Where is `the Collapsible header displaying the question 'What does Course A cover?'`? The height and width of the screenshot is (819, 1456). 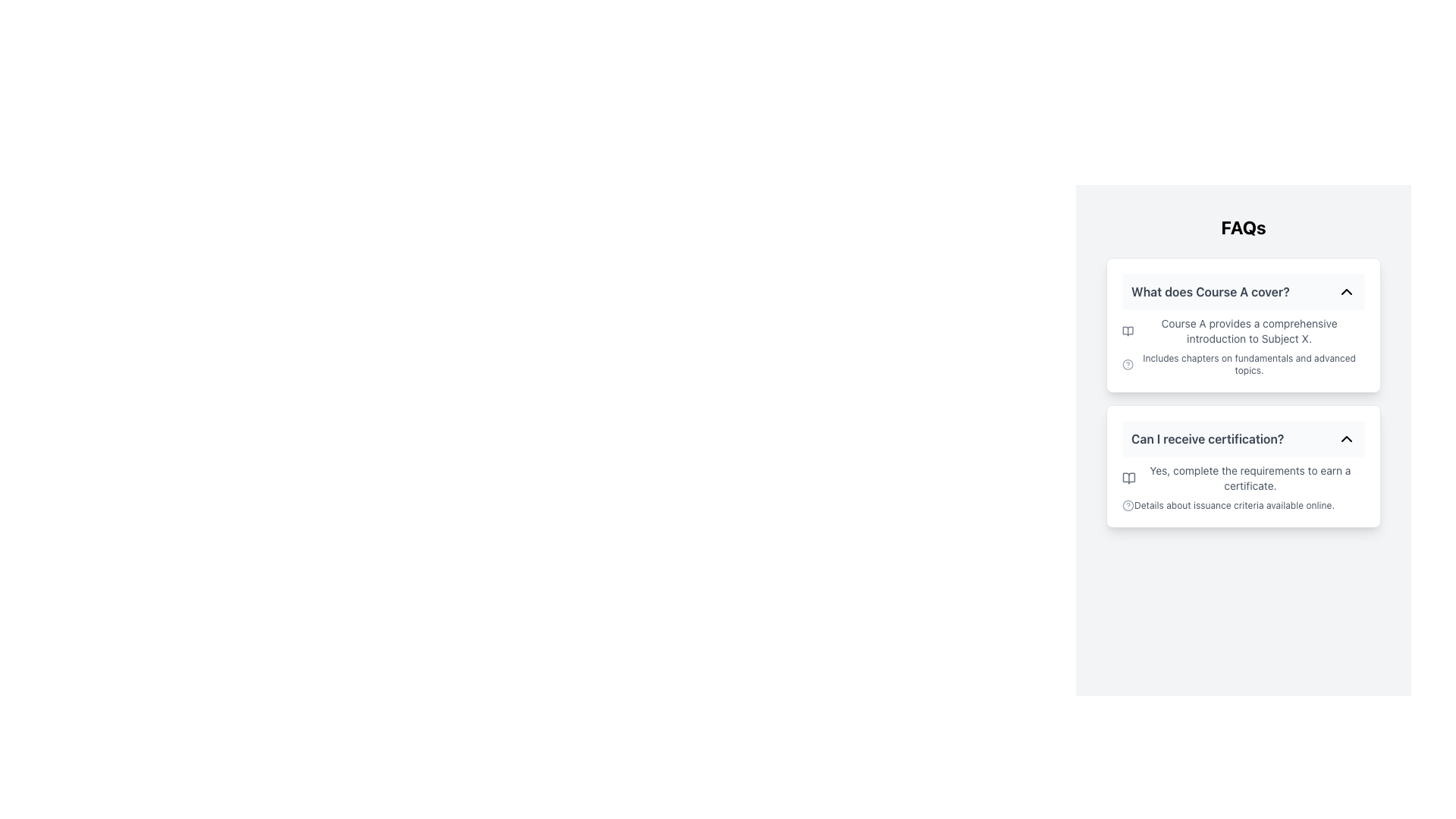
the Collapsible header displaying the question 'What does Course A cover?' is located at coordinates (1244, 292).